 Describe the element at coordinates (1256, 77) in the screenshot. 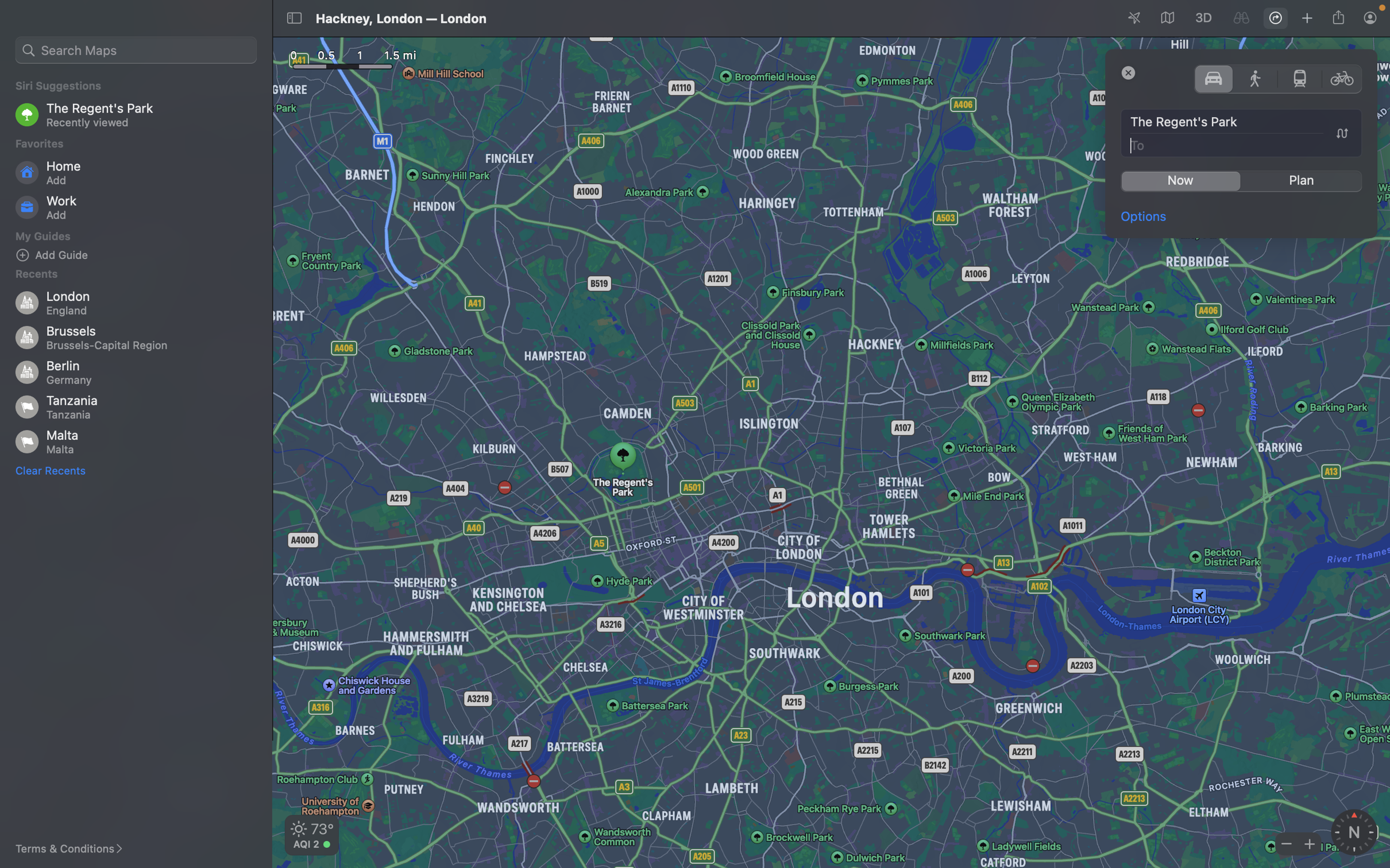

I see `walking as the method of transportation` at that location.